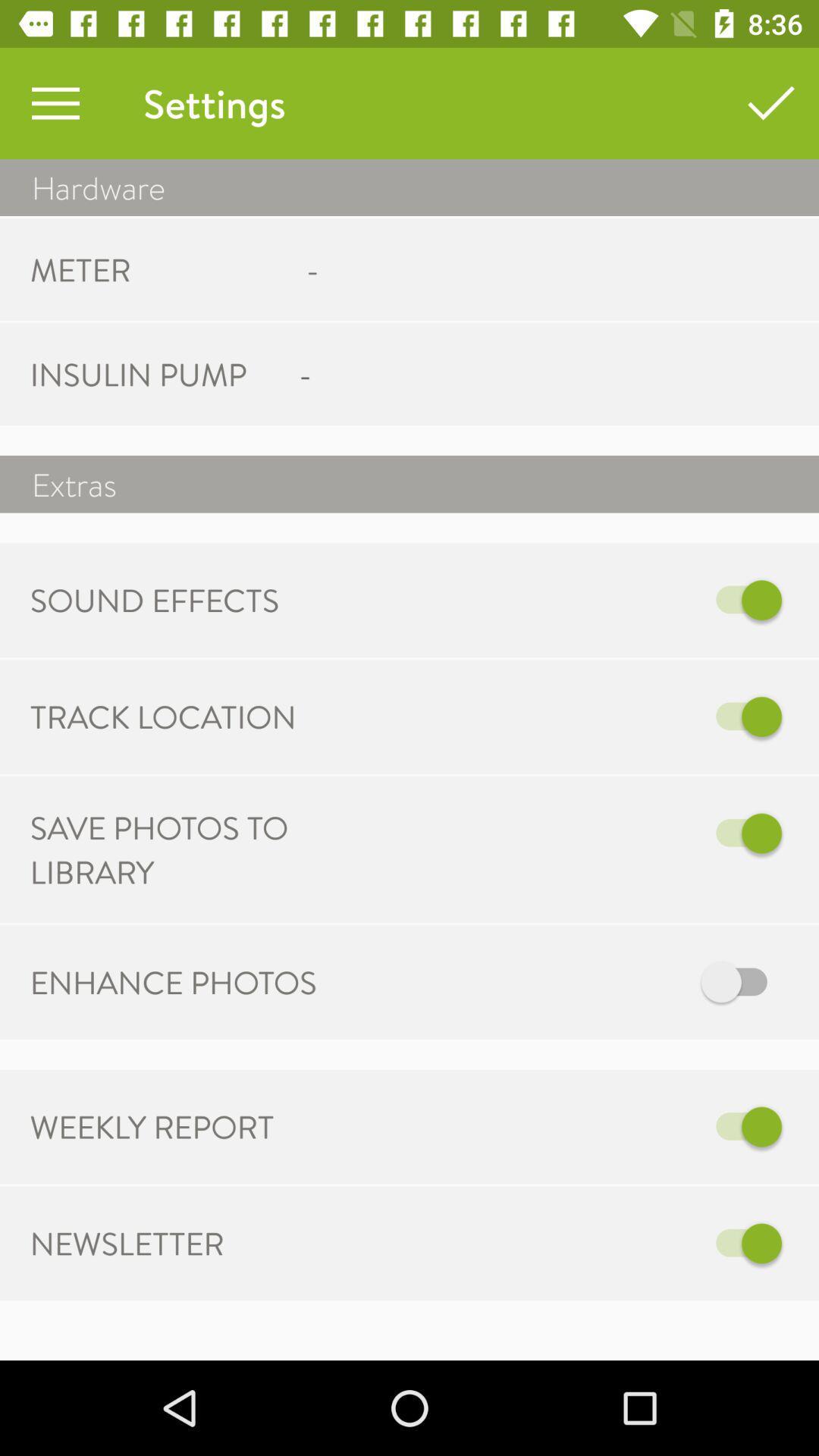  What do you see at coordinates (566, 716) in the screenshot?
I see `item next to track location` at bounding box center [566, 716].